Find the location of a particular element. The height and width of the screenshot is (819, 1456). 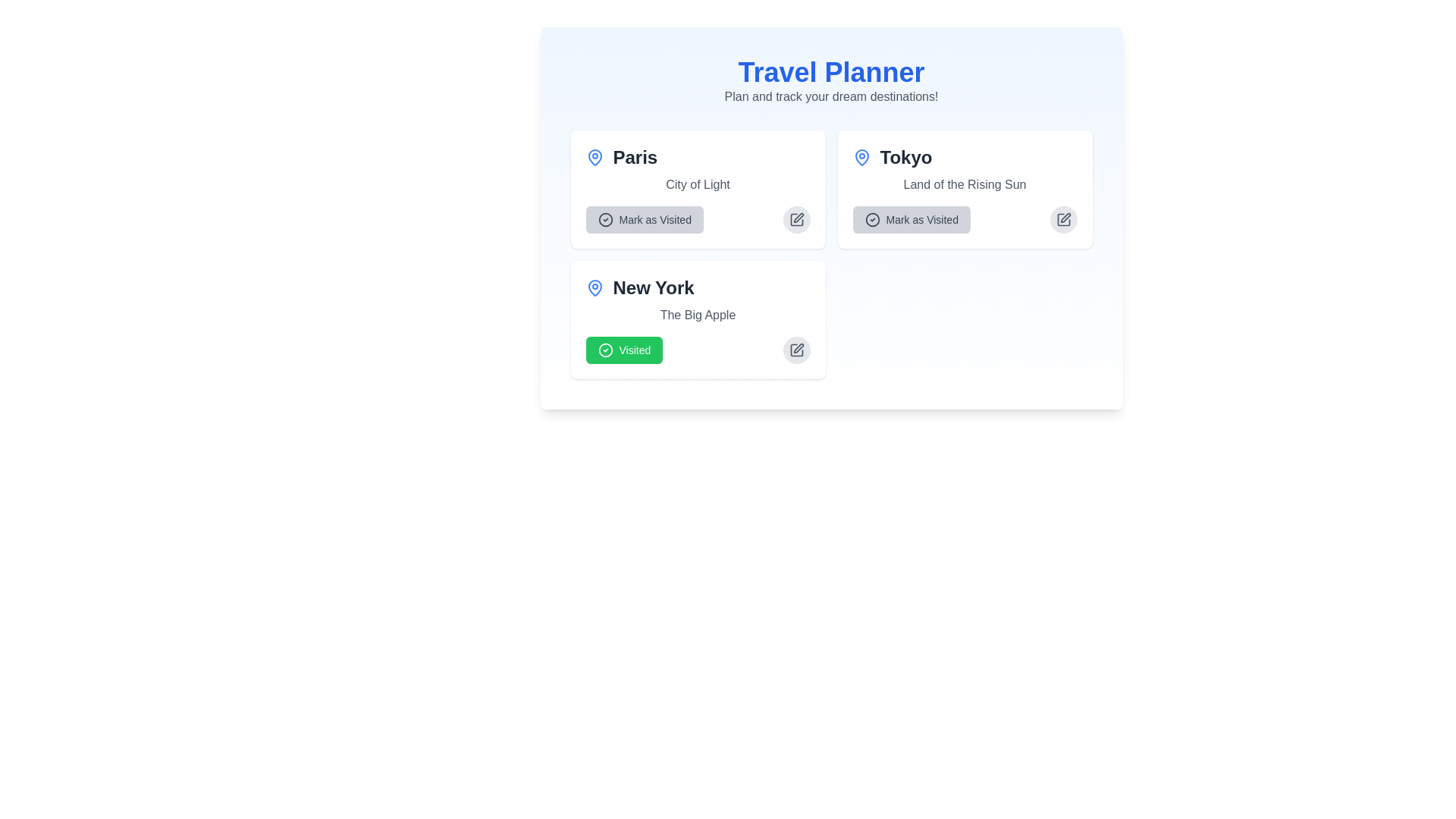

the 'Visited' button located at the bottom-left corner of the 'New York' card is located at coordinates (624, 350).